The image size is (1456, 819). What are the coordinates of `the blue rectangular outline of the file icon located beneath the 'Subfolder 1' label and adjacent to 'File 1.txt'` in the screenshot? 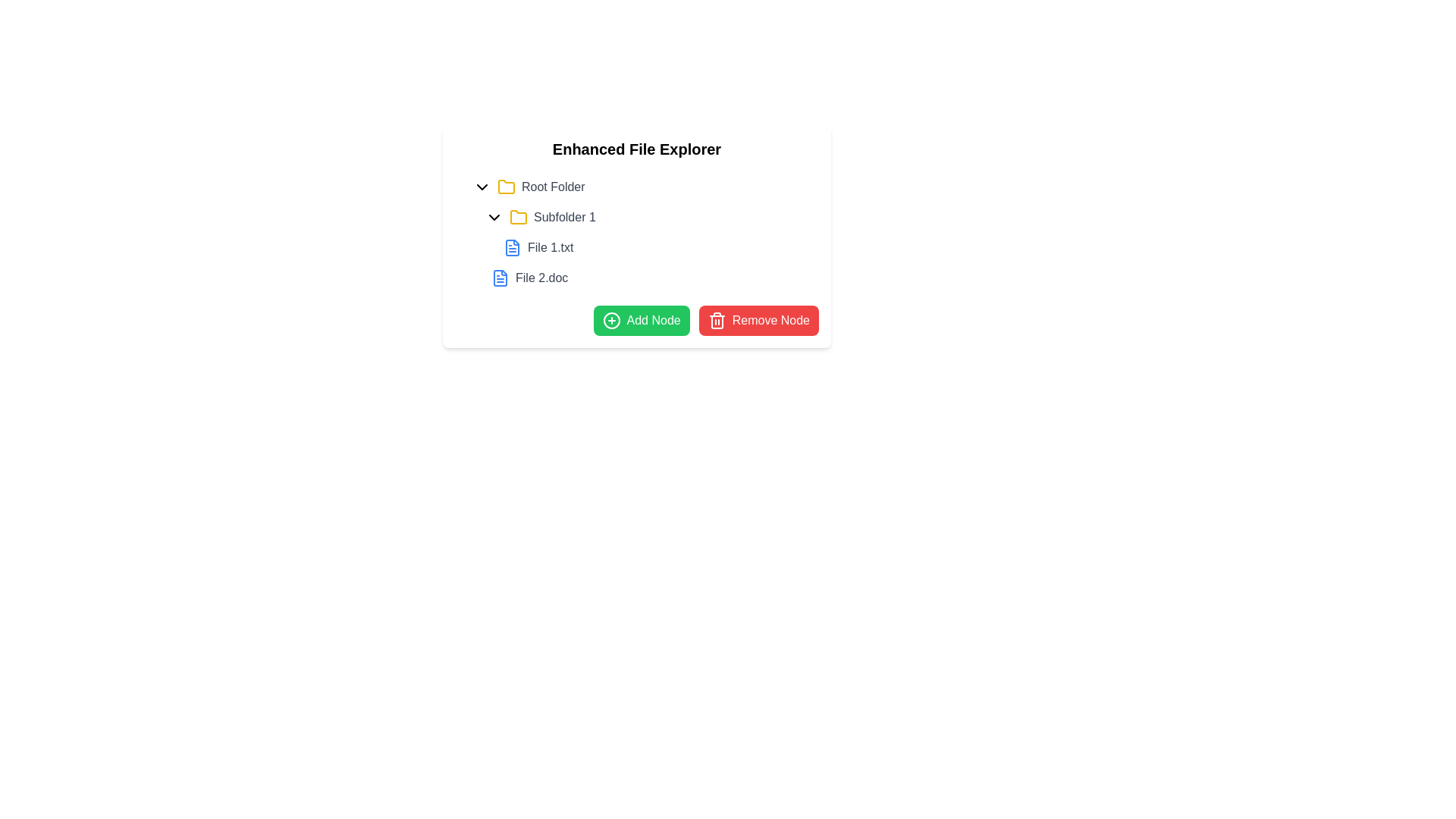 It's located at (513, 247).